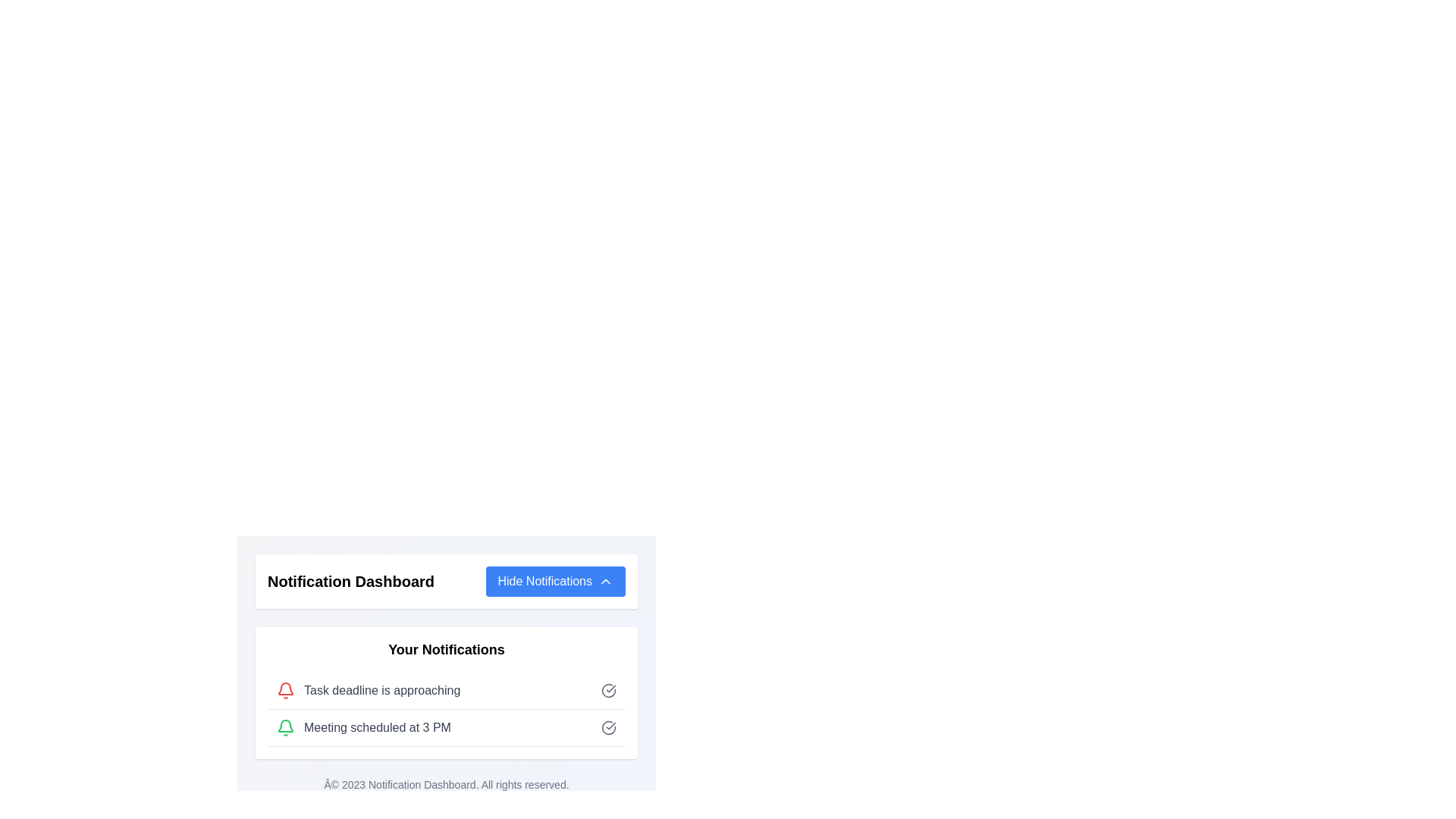  What do you see at coordinates (608, 727) in the screenshot?
I see `the icon button for the notification 'Meeting scheduled at 3 PM' to change its color` at bounding box center [608, 727].